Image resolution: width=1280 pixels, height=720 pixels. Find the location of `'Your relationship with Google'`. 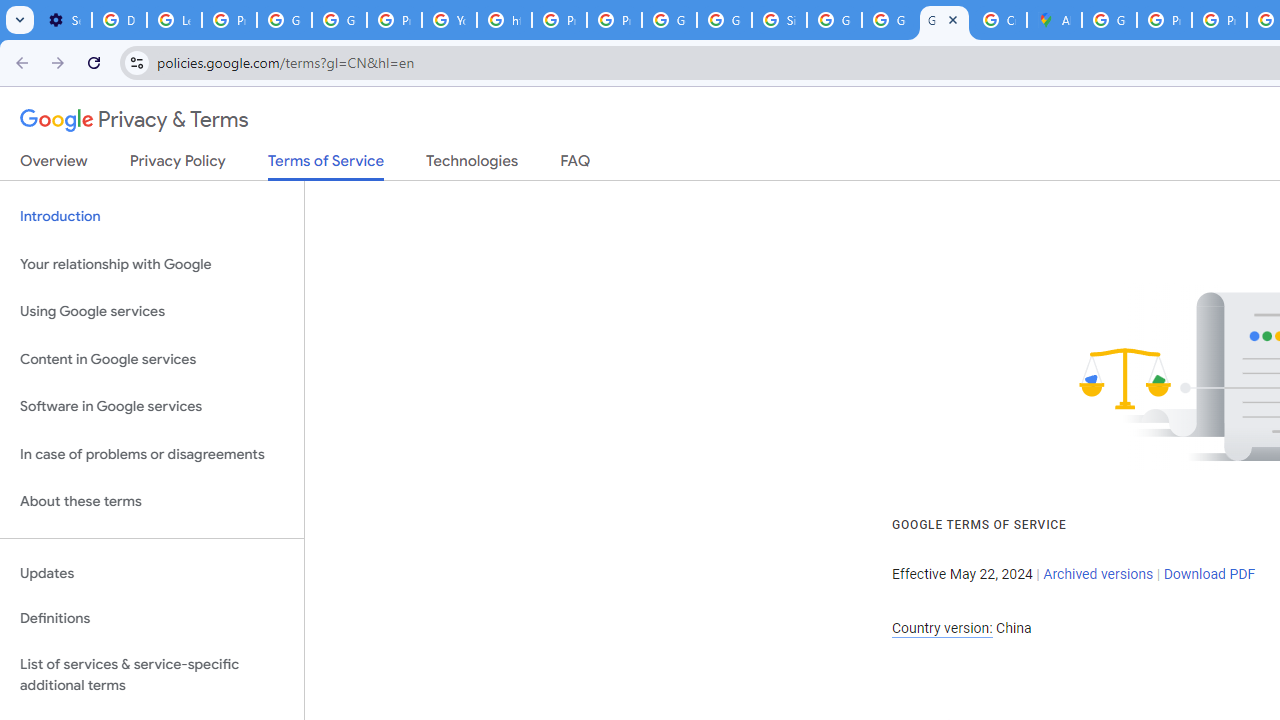

'Your relationship with Google' is located at coordinates (151, 263).